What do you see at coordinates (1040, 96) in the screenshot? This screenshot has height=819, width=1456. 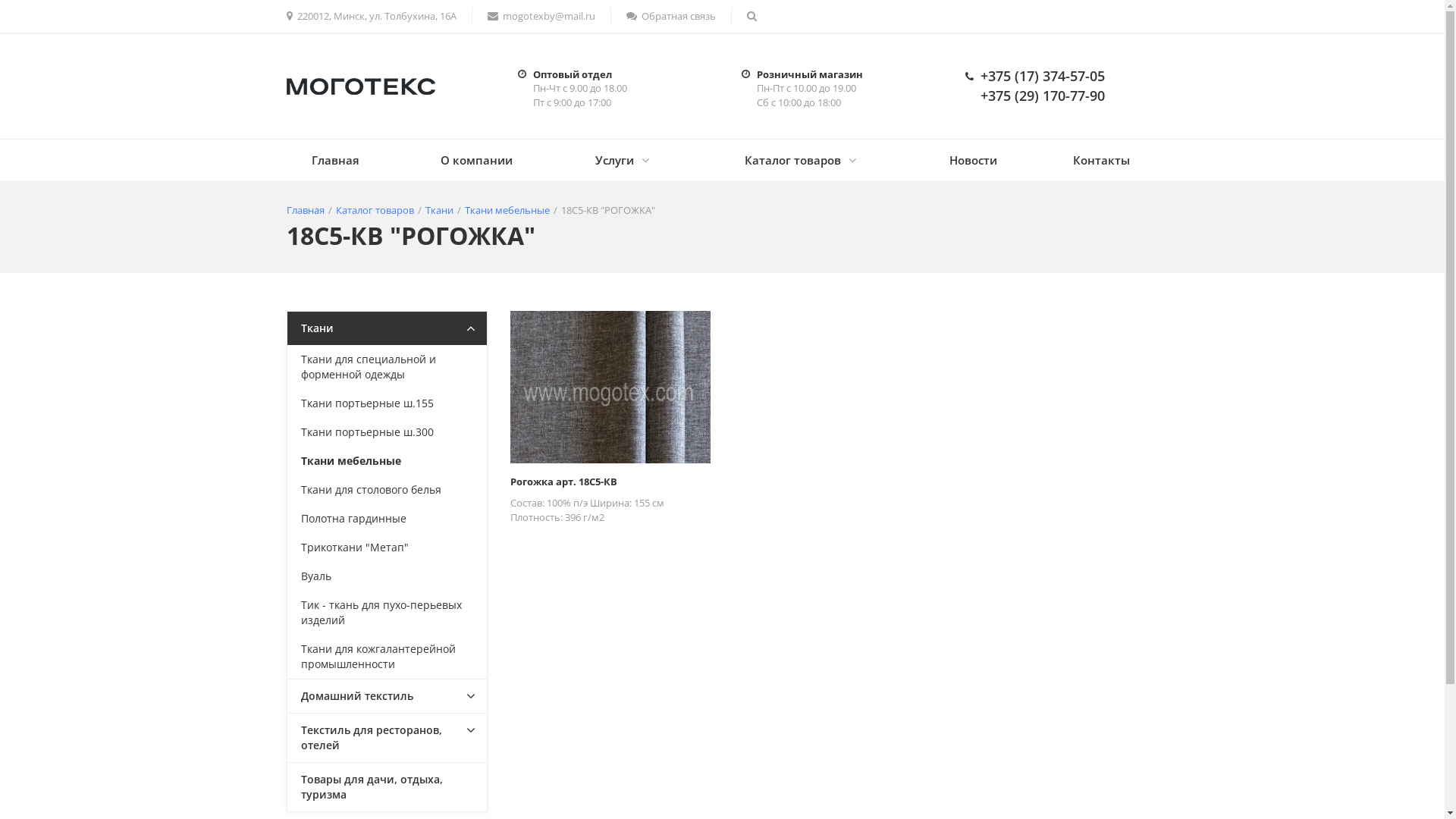 I see `'+375 (29) 170-77-90'` at bounding box center [1040, 96].